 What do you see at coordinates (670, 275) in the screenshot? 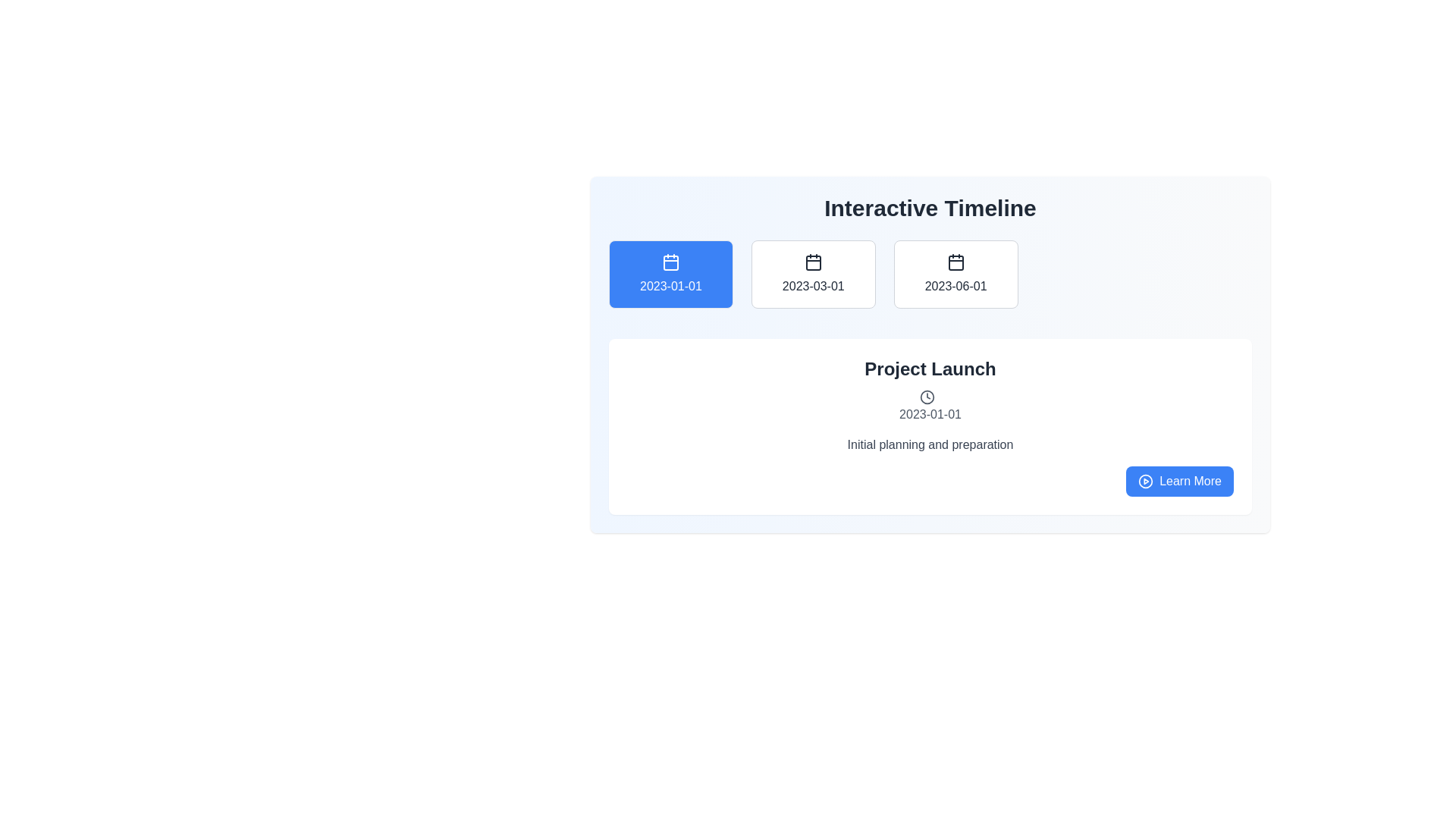
I see `the blue rectangular button displaying the date '2023-01-01' with a calendar icon at the top center` at bounding box center [670, 275].